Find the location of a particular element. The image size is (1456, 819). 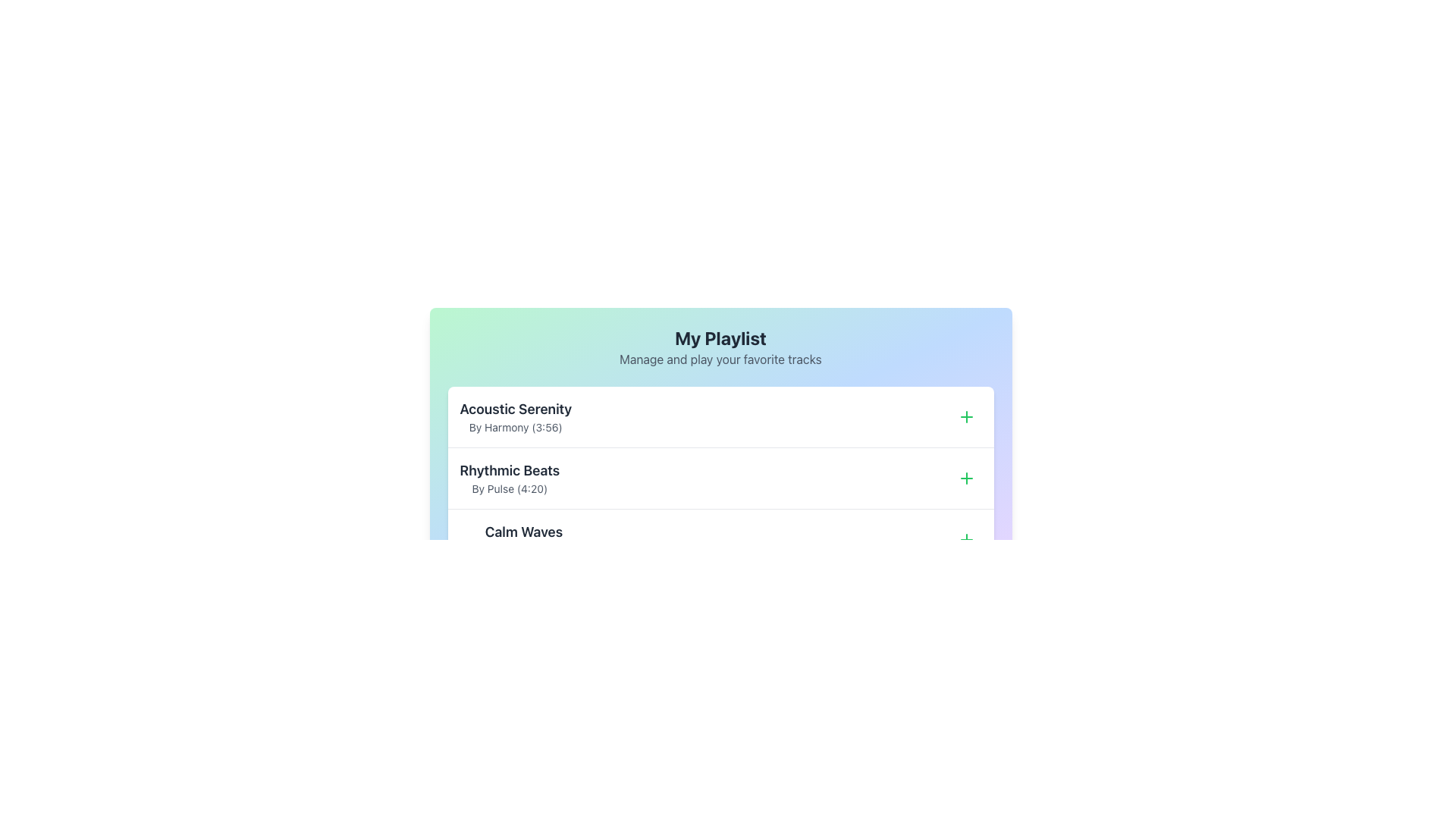

the circular green plus icon button on the far right of the interface is located at coordinates (965, 417).